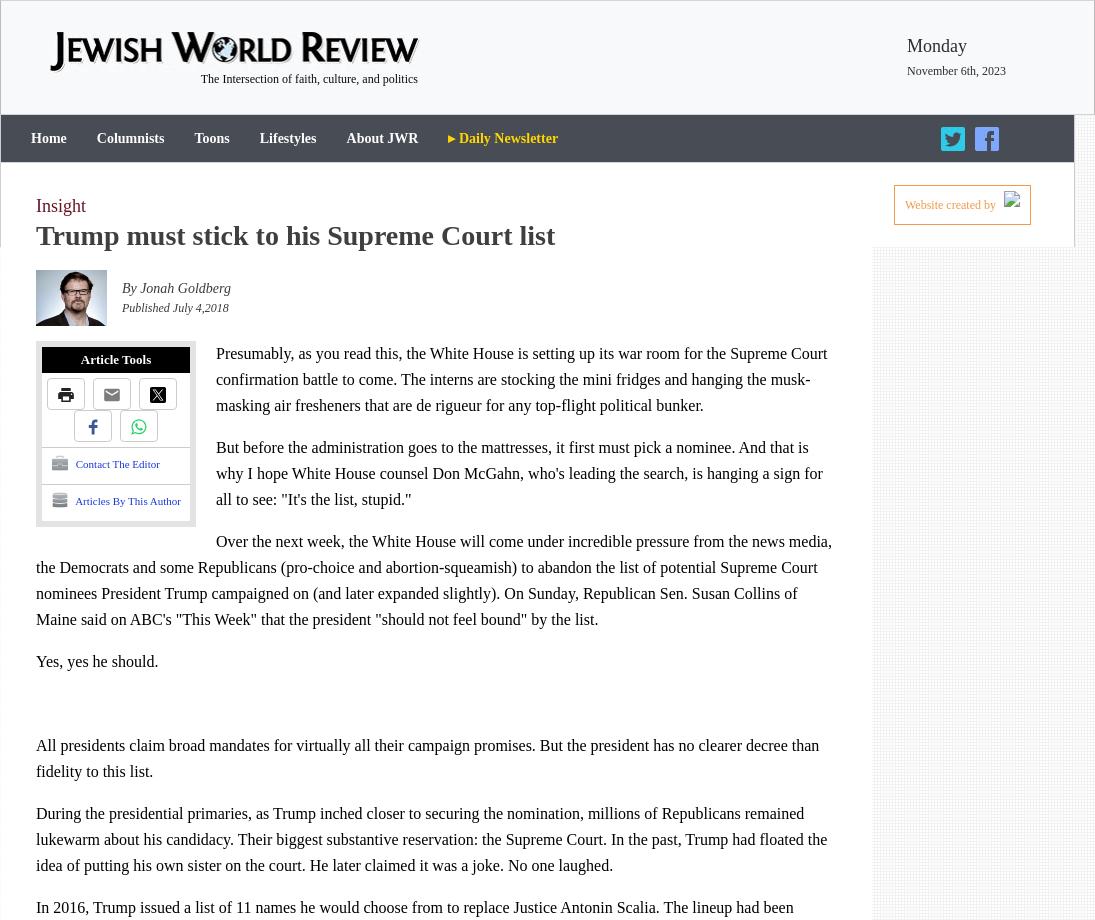 The height and width of the screenshot is (920, 1095). What do you see at coordinates (35, 758) in the screenshot?
I see `'All presidents claim broad mandates for virtually all their campaign promises. But the president has no clearer decree than fidelity to this list.'` at bounding box center [35, 758].